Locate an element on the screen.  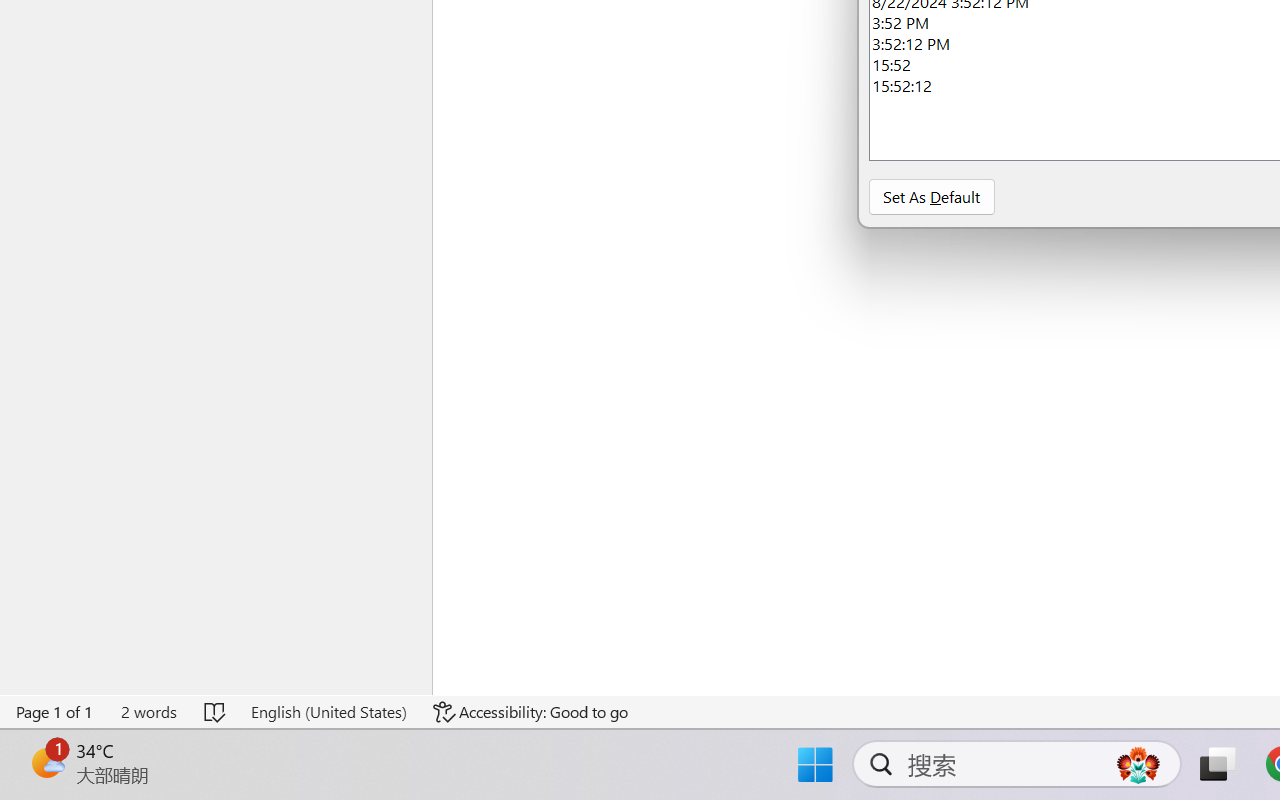
'Language English (United States)' is located at coordinates (328, 711).